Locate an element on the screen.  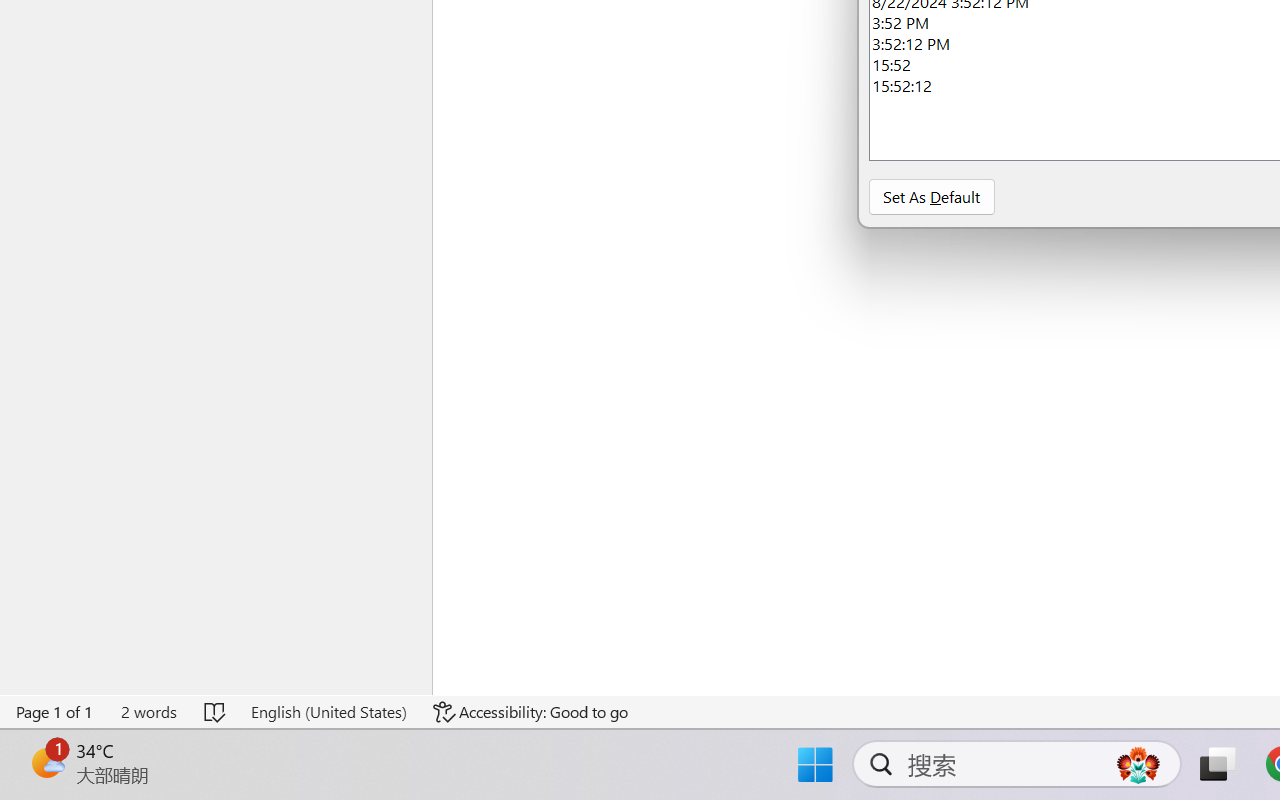
'Language English (United States)' is located at coordinates (328, 711).